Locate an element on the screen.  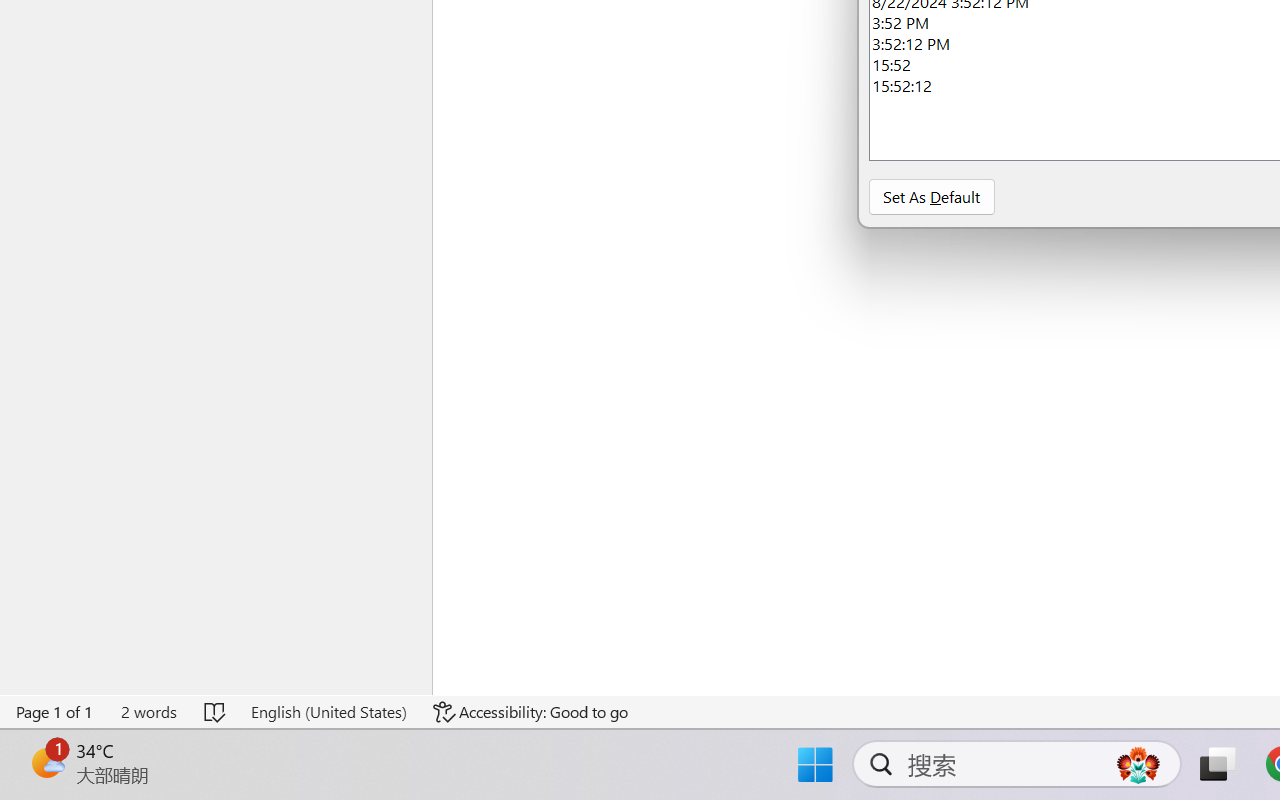
'Language English (United States)' is located at coordinates (328, 711).